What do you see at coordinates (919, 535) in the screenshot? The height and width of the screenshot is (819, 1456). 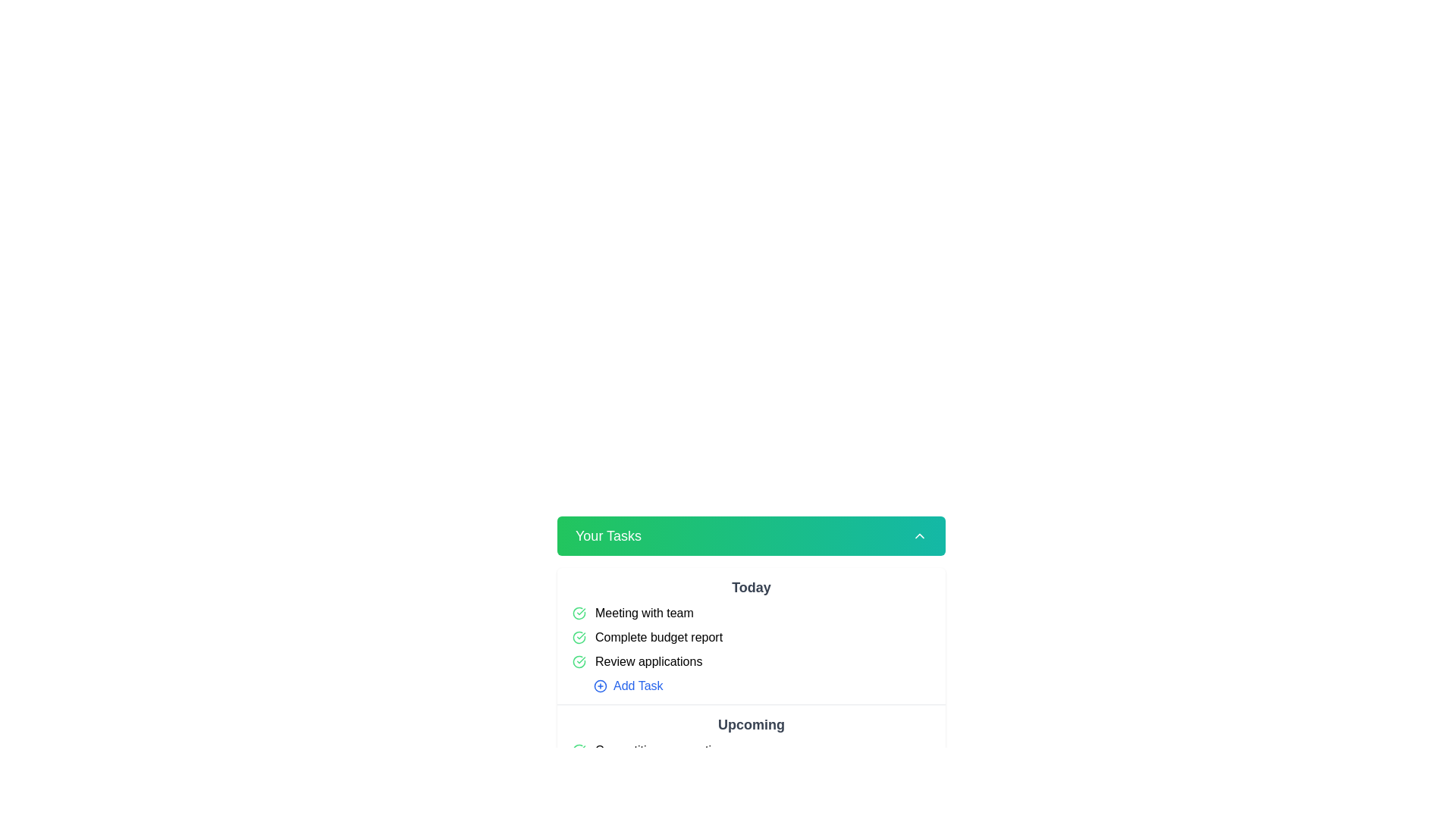 I see `the small upward-pointing chevron icon outlined in white, located at the far right of the gradient green bar` at bounding box center [919, 535].